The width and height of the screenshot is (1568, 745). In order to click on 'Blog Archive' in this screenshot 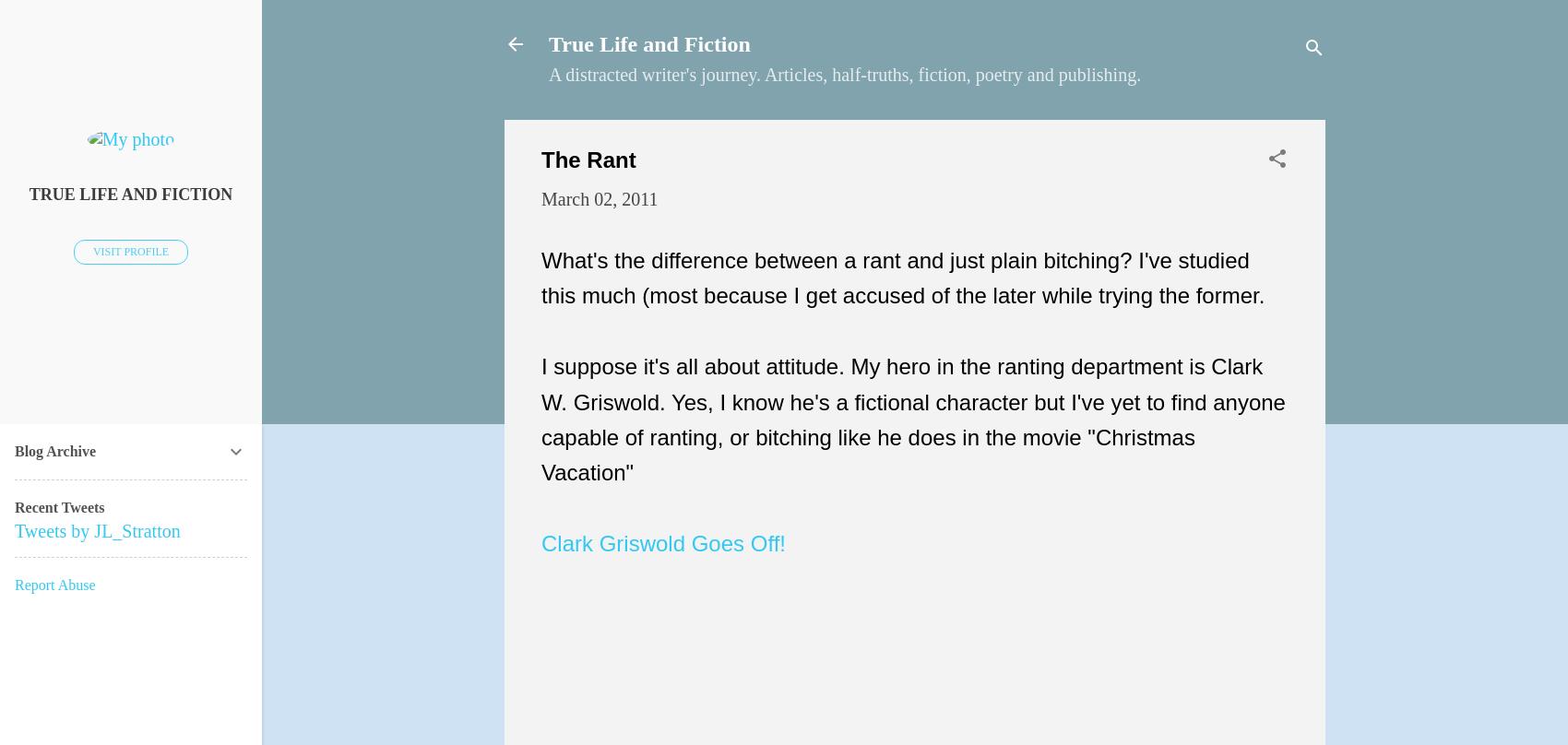, I will do `click(55, 451)`.